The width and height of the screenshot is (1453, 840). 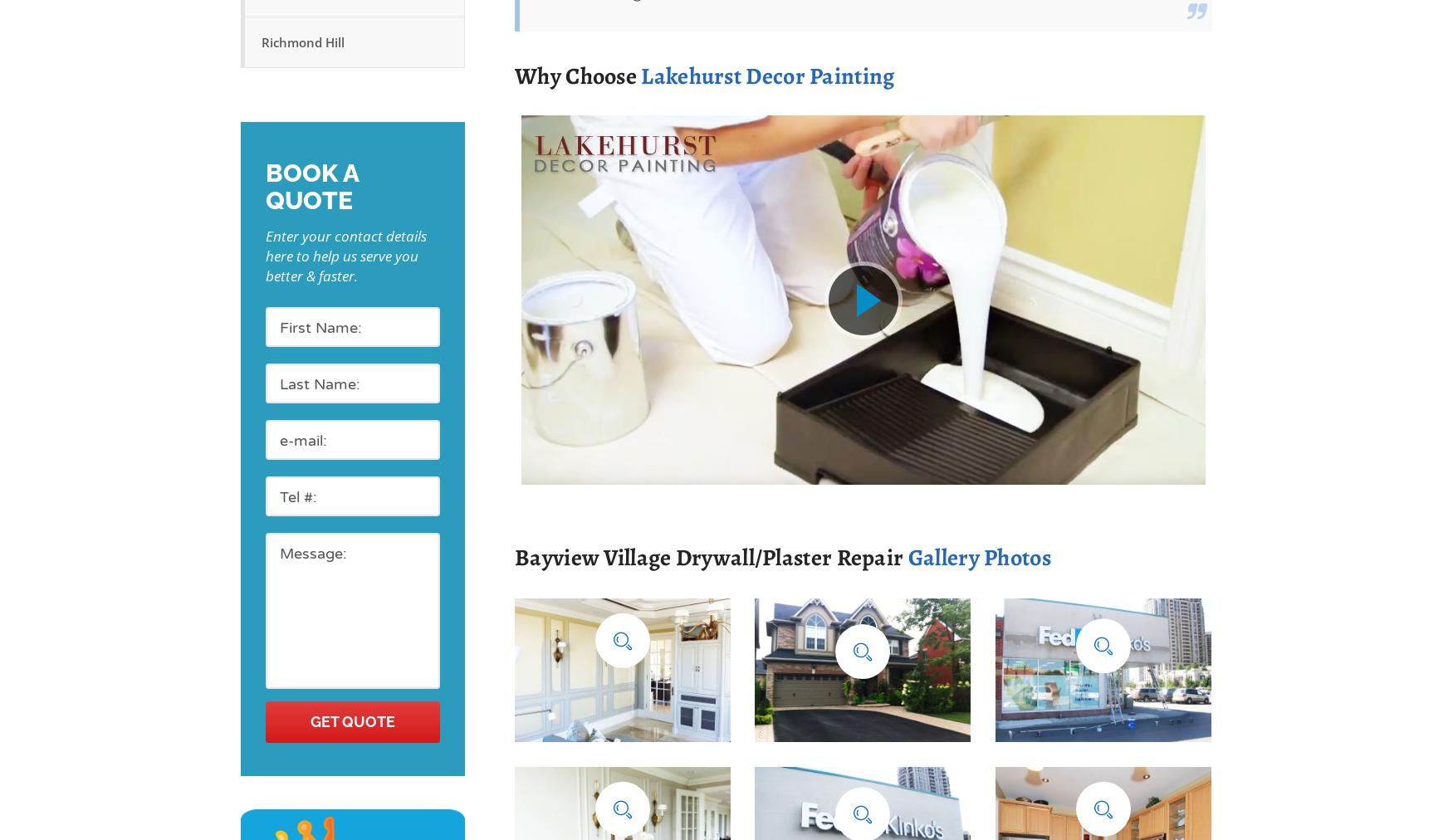 I want to click on 'Richmond Hill', so click(x=303, y=42).